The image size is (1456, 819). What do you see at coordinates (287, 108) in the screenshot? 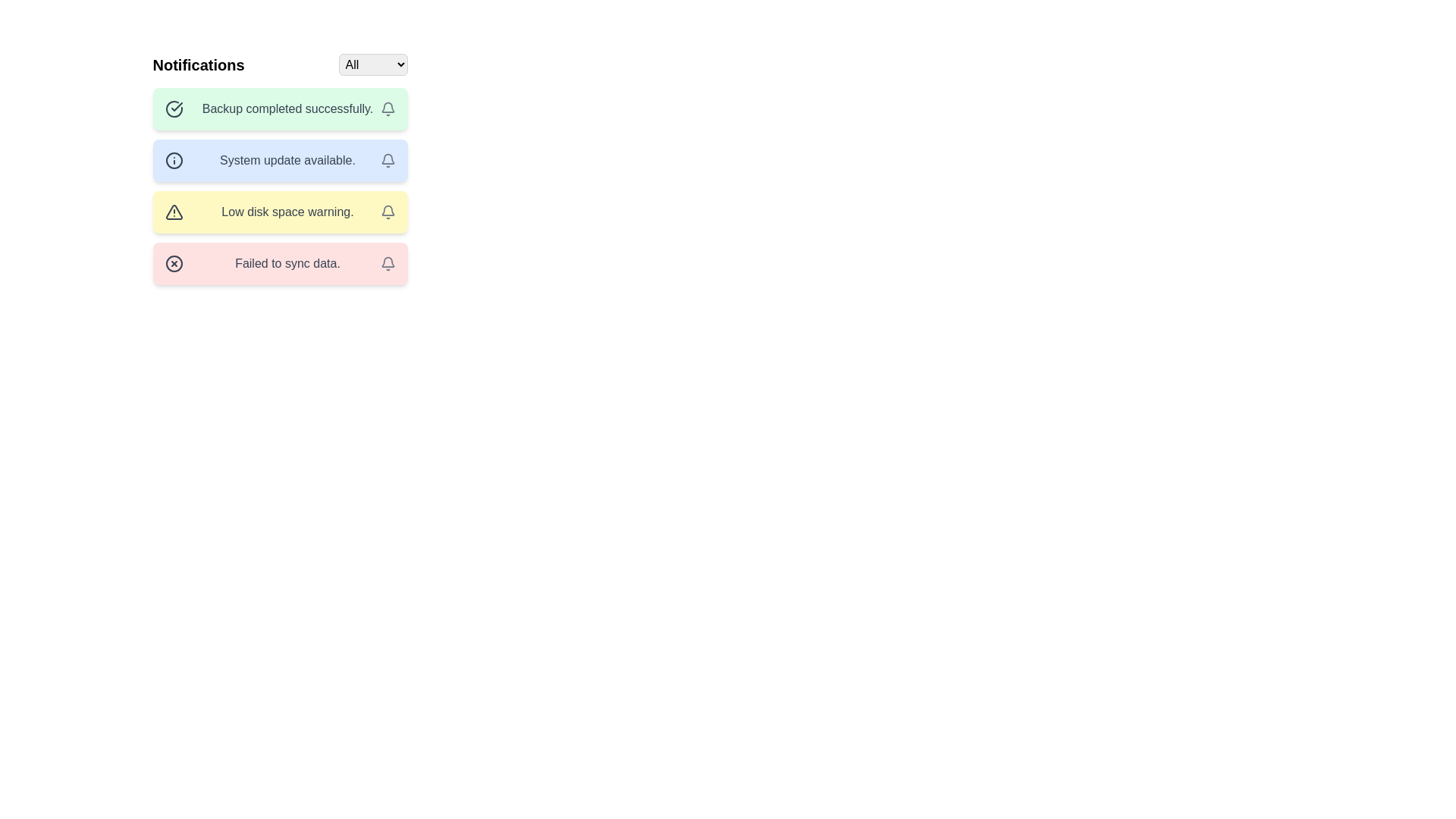
I see `message displayed in the Text Display Field that shows 'Backup completed successfully.'` at bounding box center [287, 108].